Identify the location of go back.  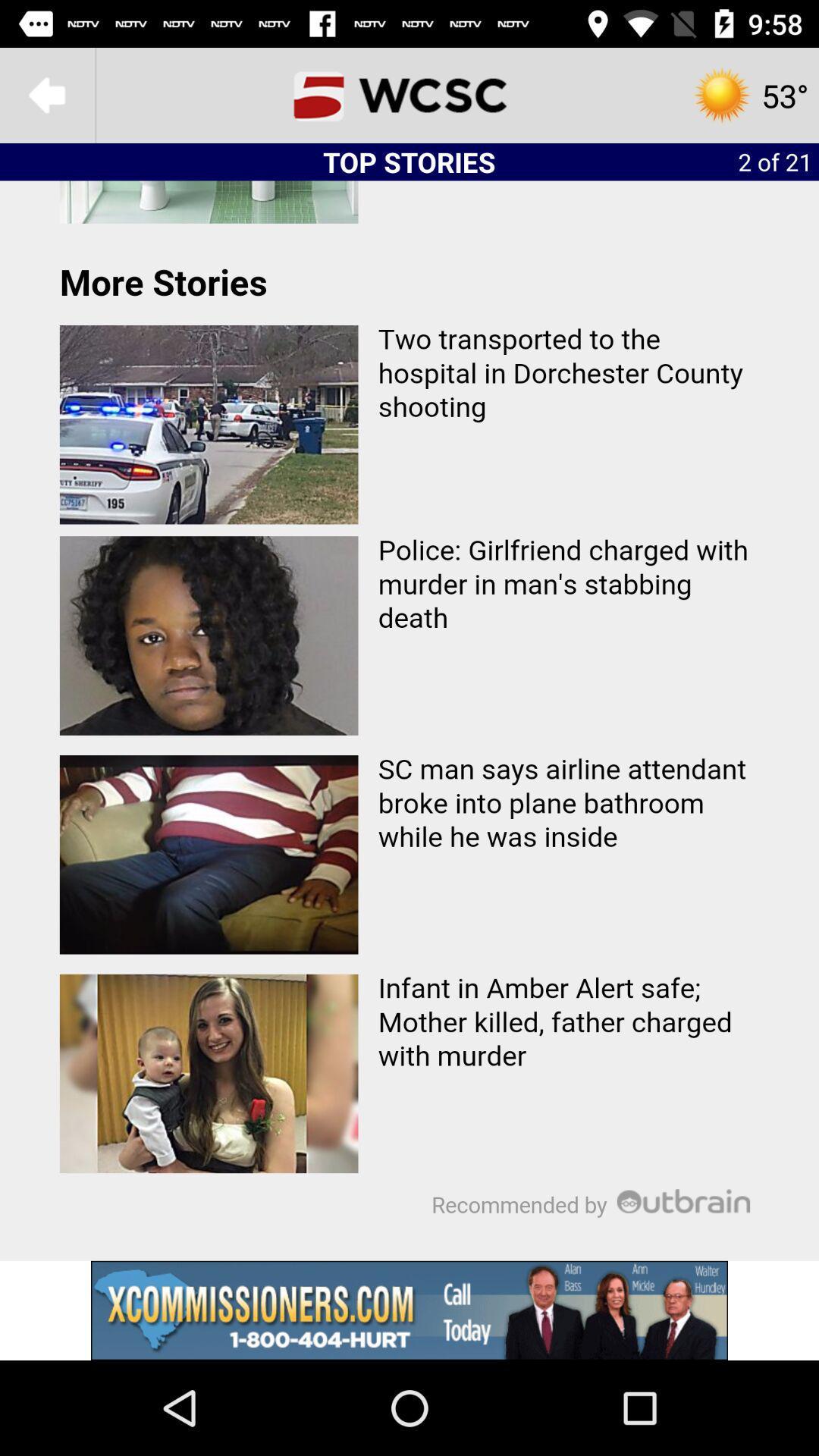
(46, 94).